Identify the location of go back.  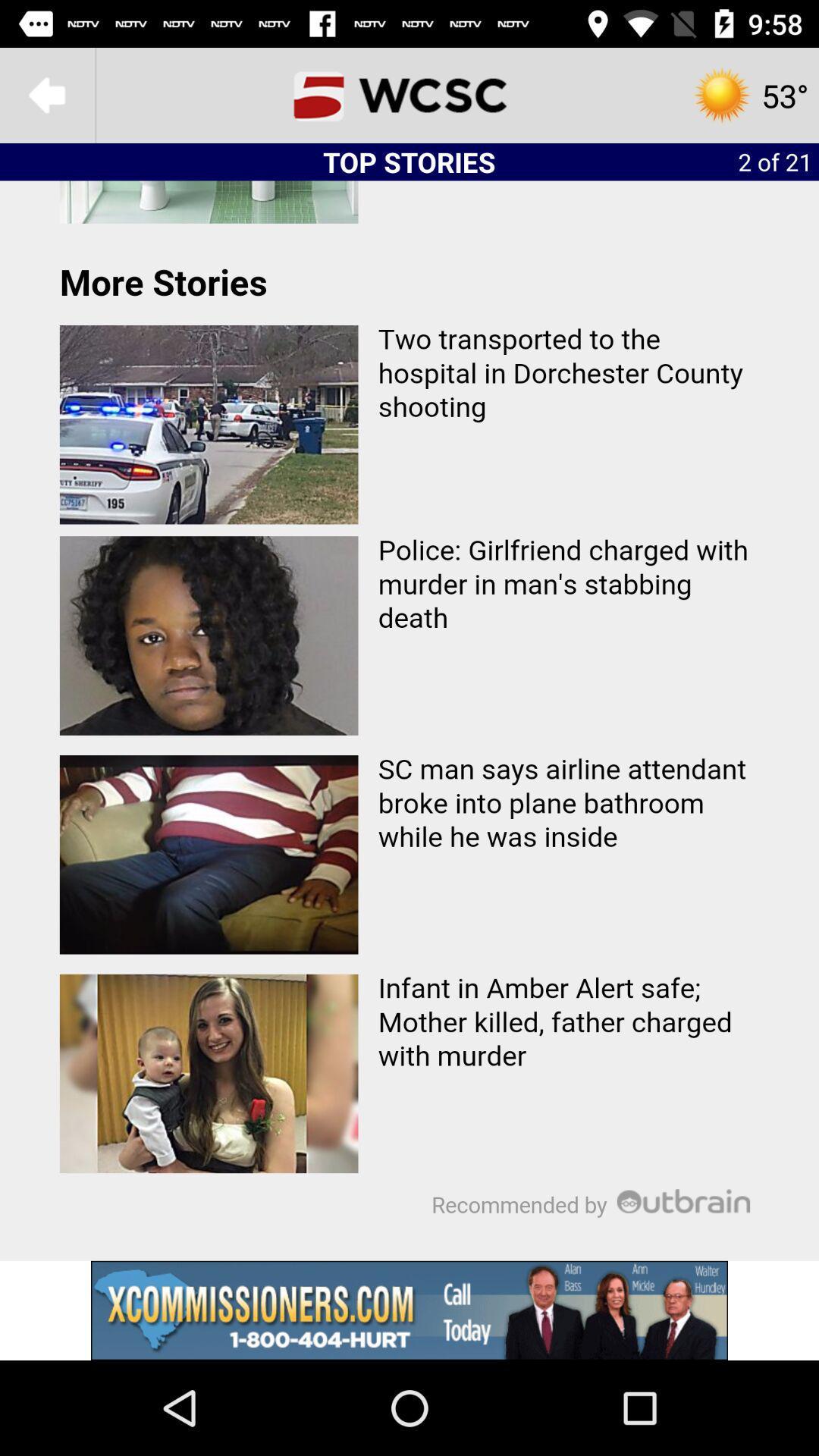
(46, 94).